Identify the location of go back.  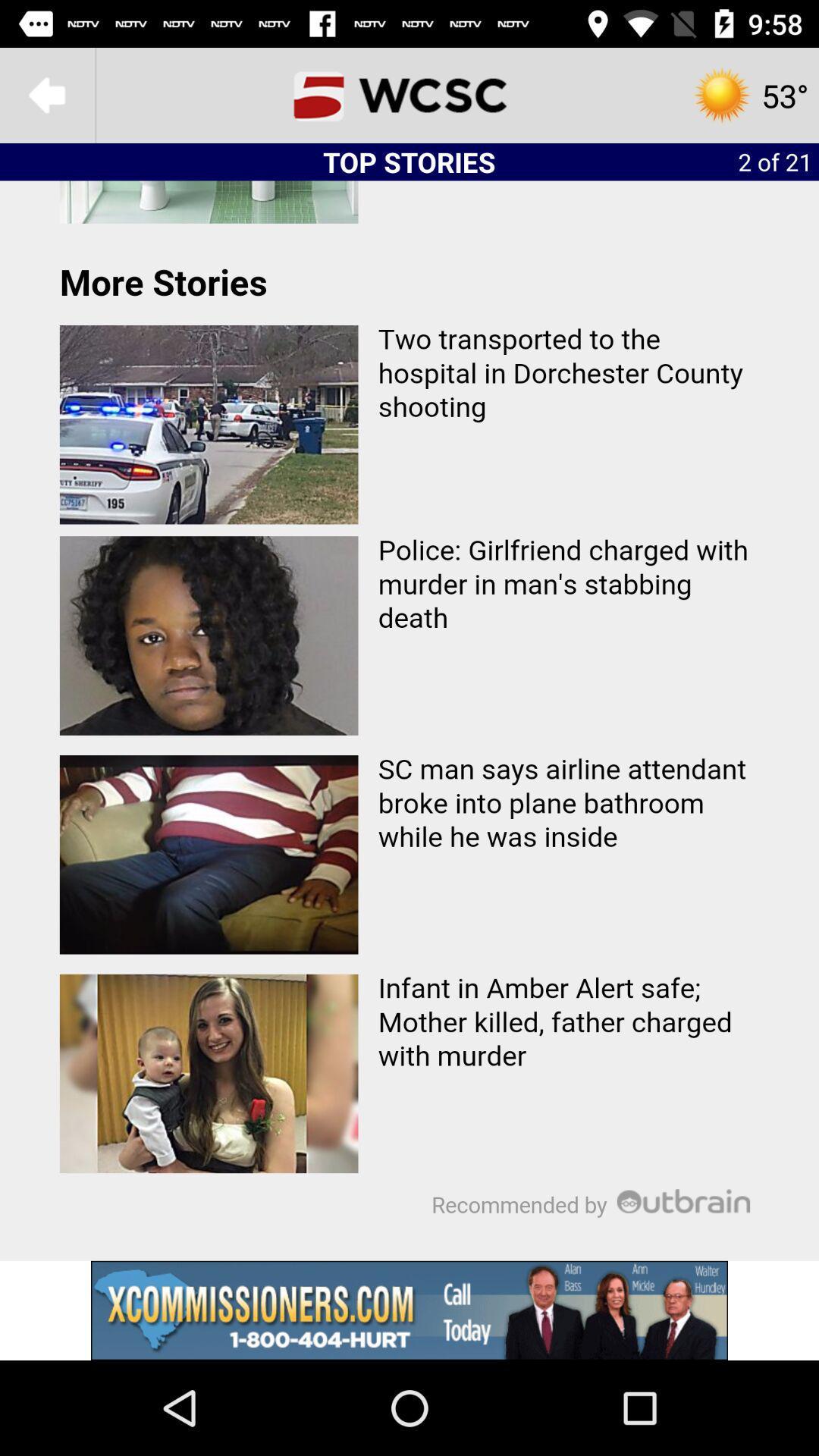
(46, 94).